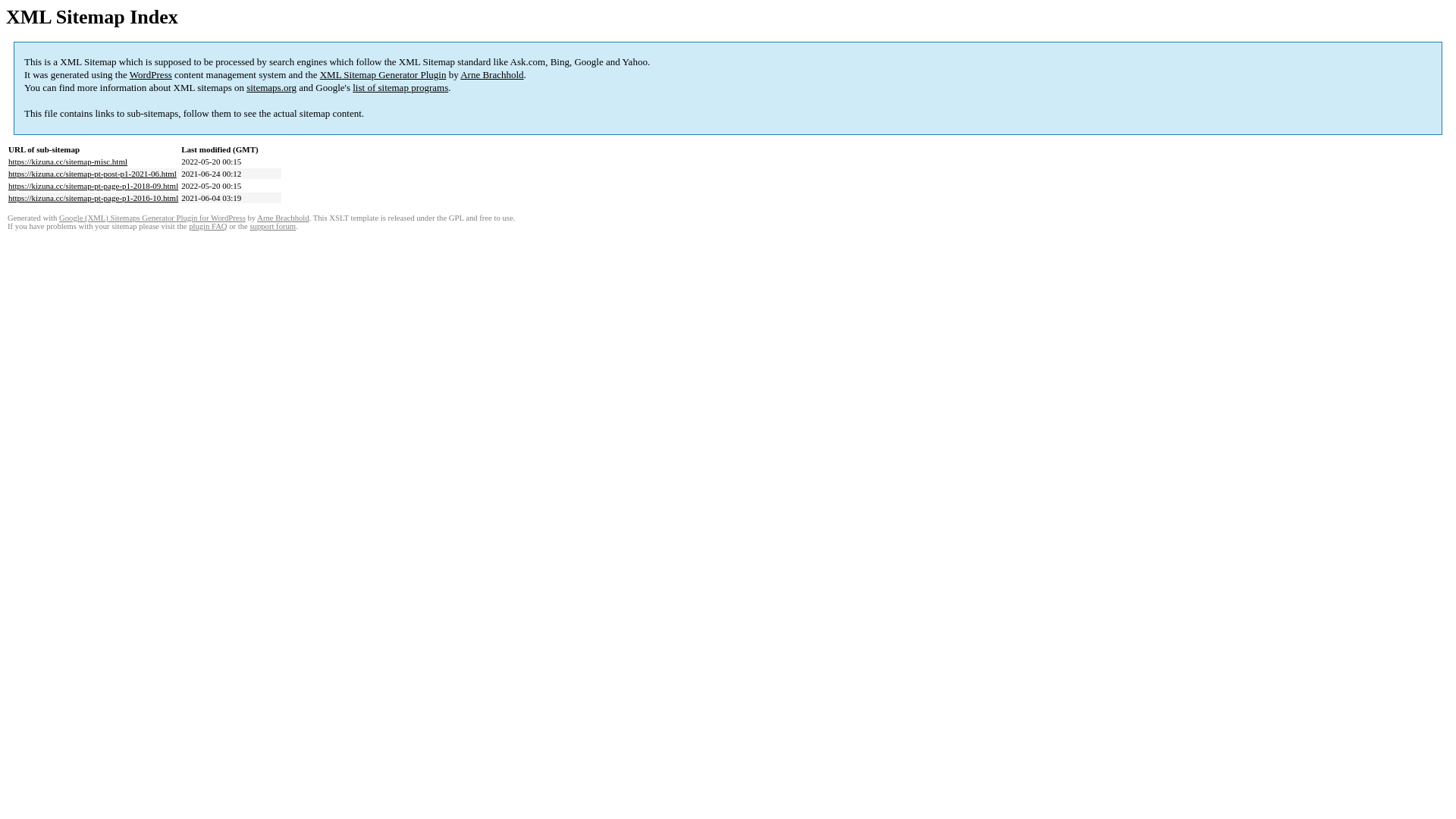  What do you see at coordinates (206, 226) in the screenshot?
I see `'plugin FAQ'` at bounding box center [206, 226].